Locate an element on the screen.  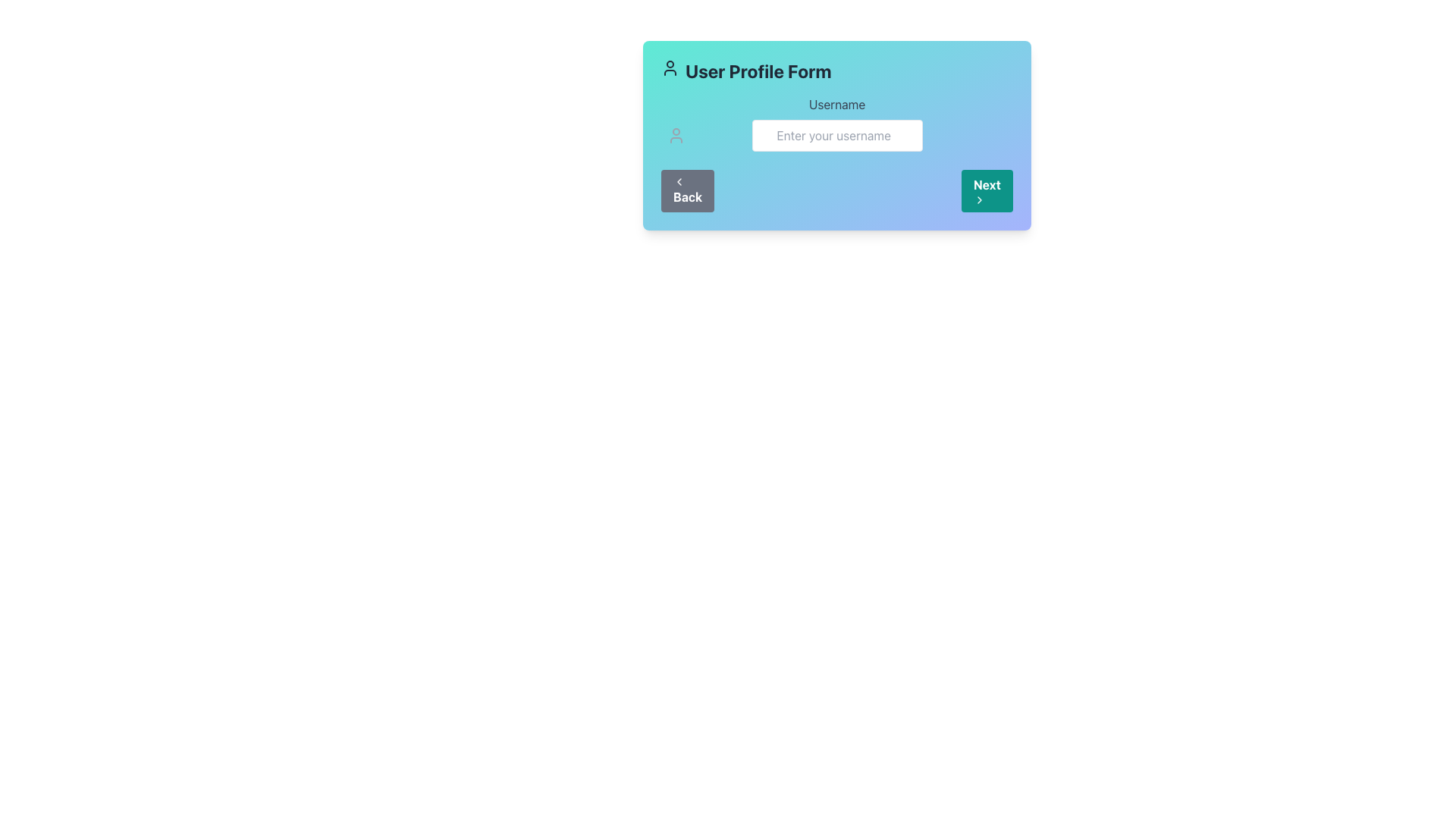
the 'Next' button with a teal background and bold white text, located at the bottom-right corner of the interface is located at coordinates (987, 190).